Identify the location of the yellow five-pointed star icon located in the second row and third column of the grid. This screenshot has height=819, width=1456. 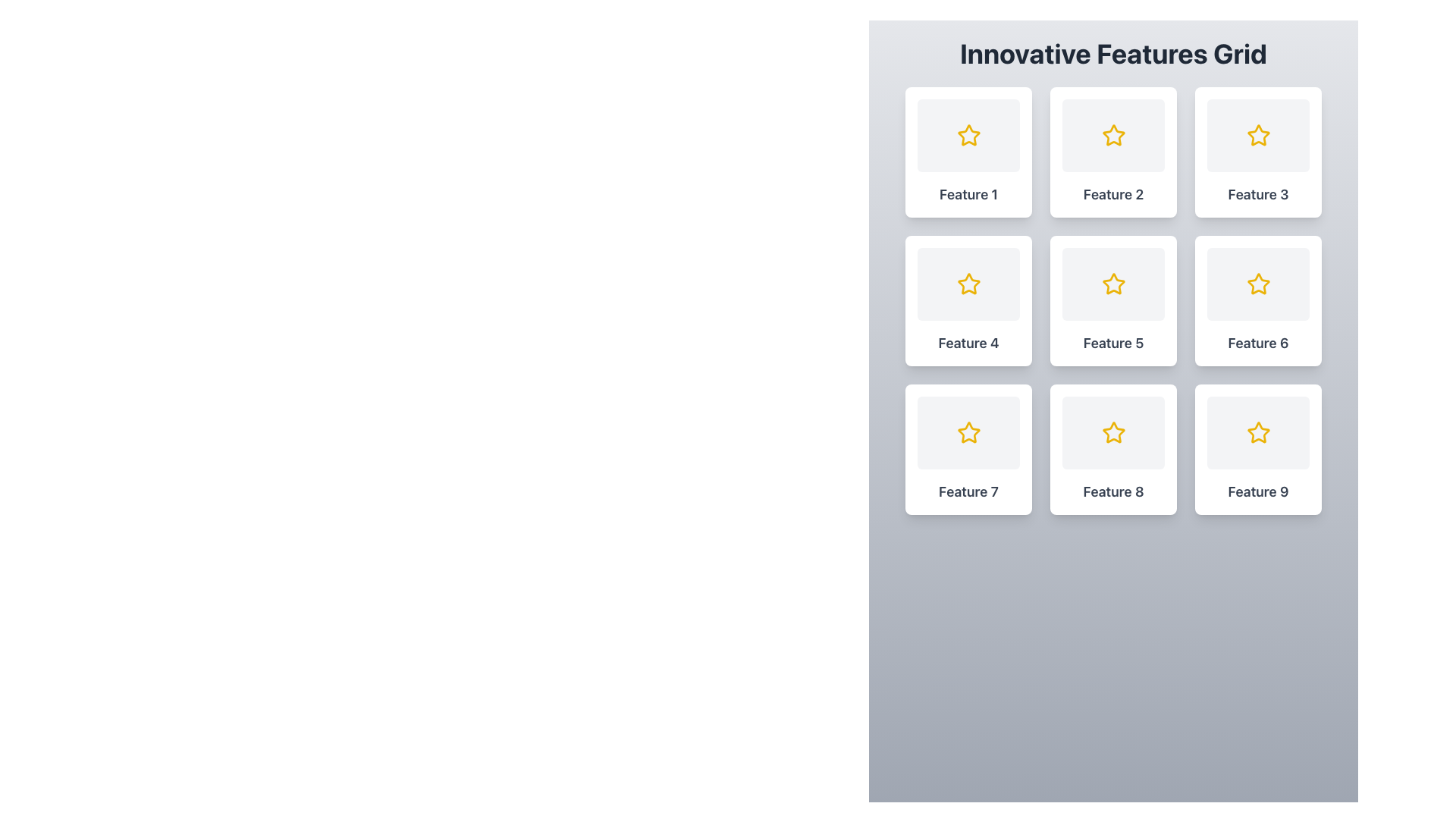
(1258, 284).